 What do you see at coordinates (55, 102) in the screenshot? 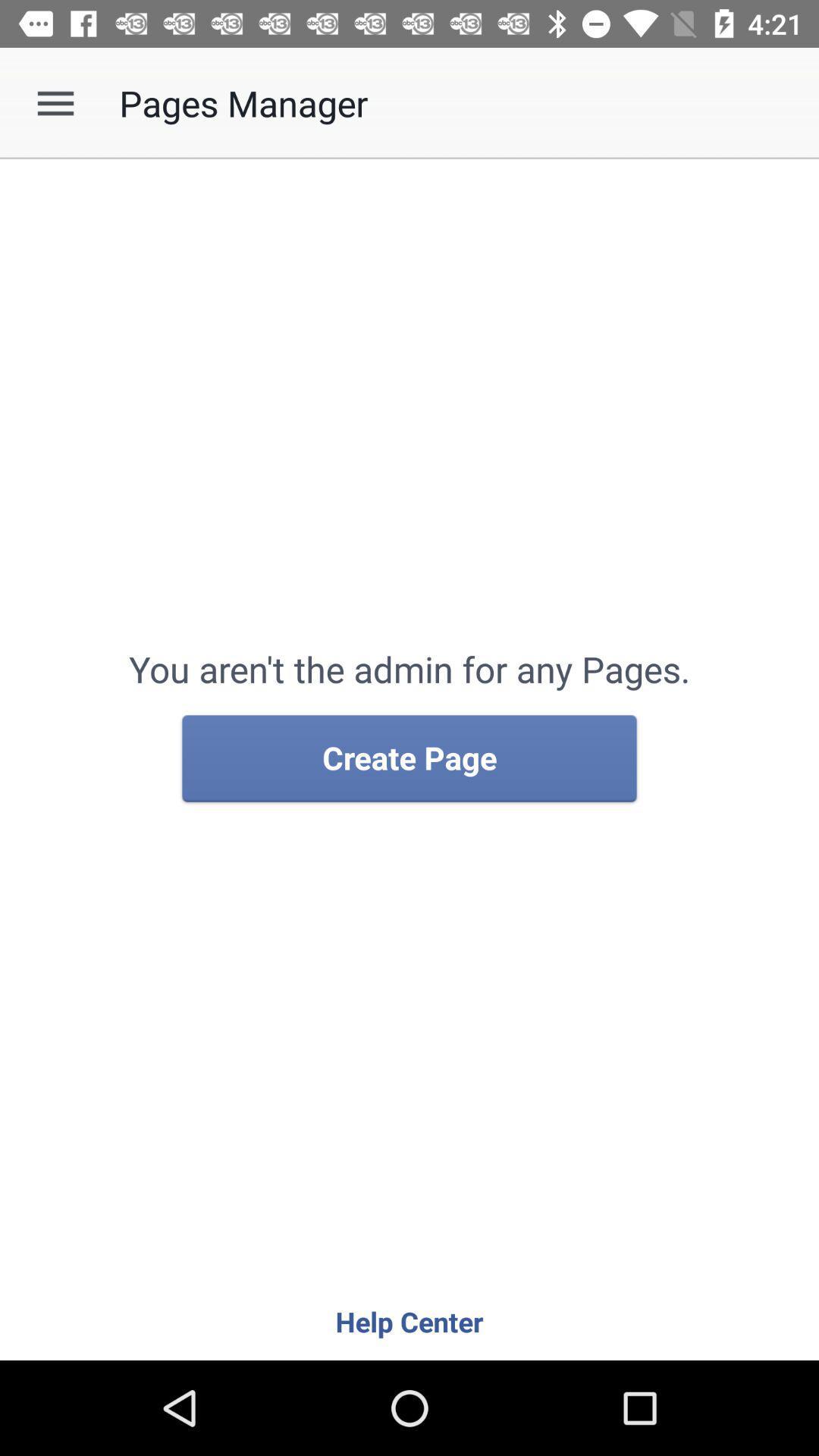
I see `icon to the left of the pages manager app` at bounding box center [55, 102].